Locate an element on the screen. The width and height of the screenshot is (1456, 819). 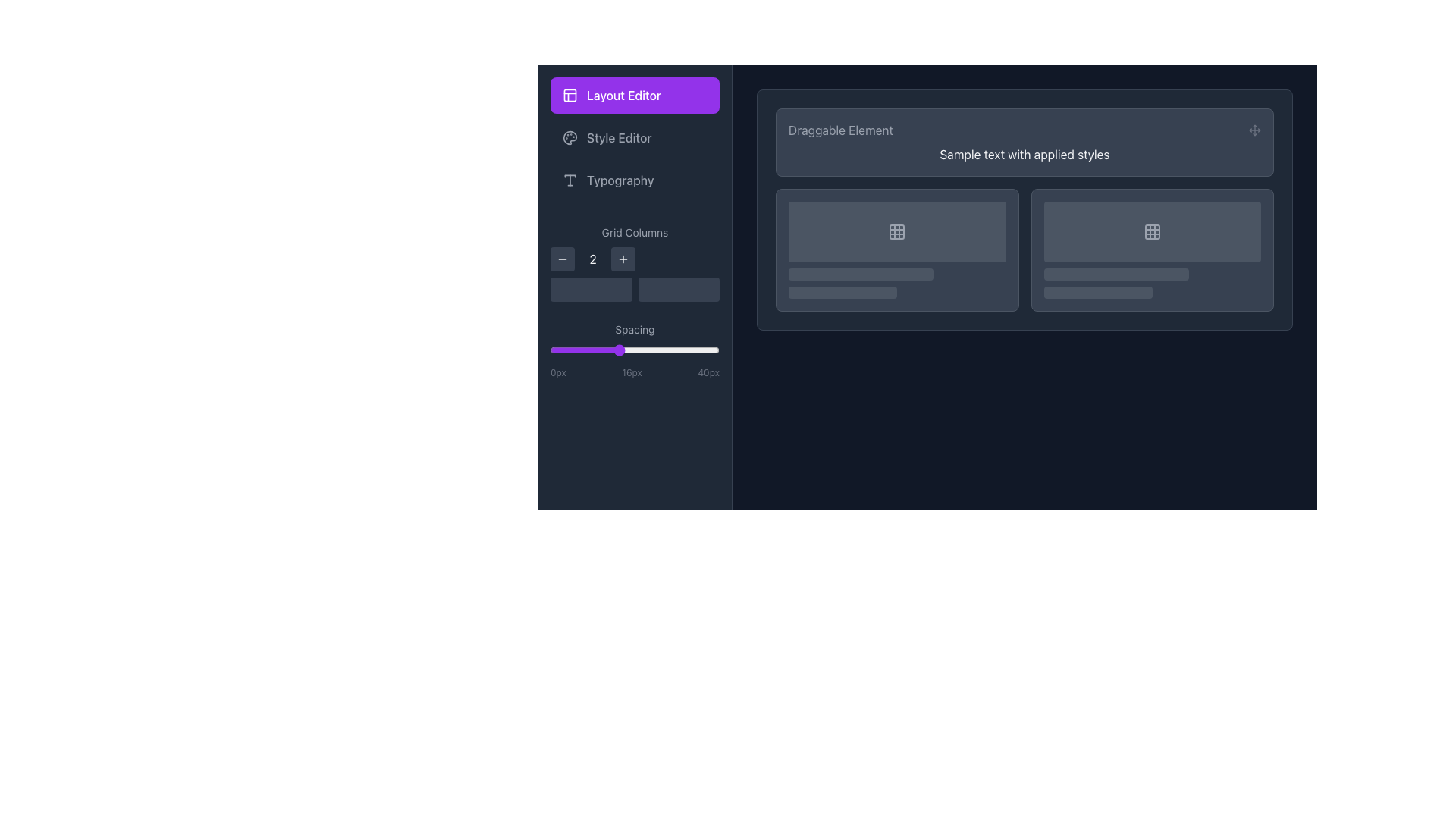
the static text element displaying '0px', which is styled in light gray and is the first among three horizontally aligned text items is located at coordinates (557, 373).